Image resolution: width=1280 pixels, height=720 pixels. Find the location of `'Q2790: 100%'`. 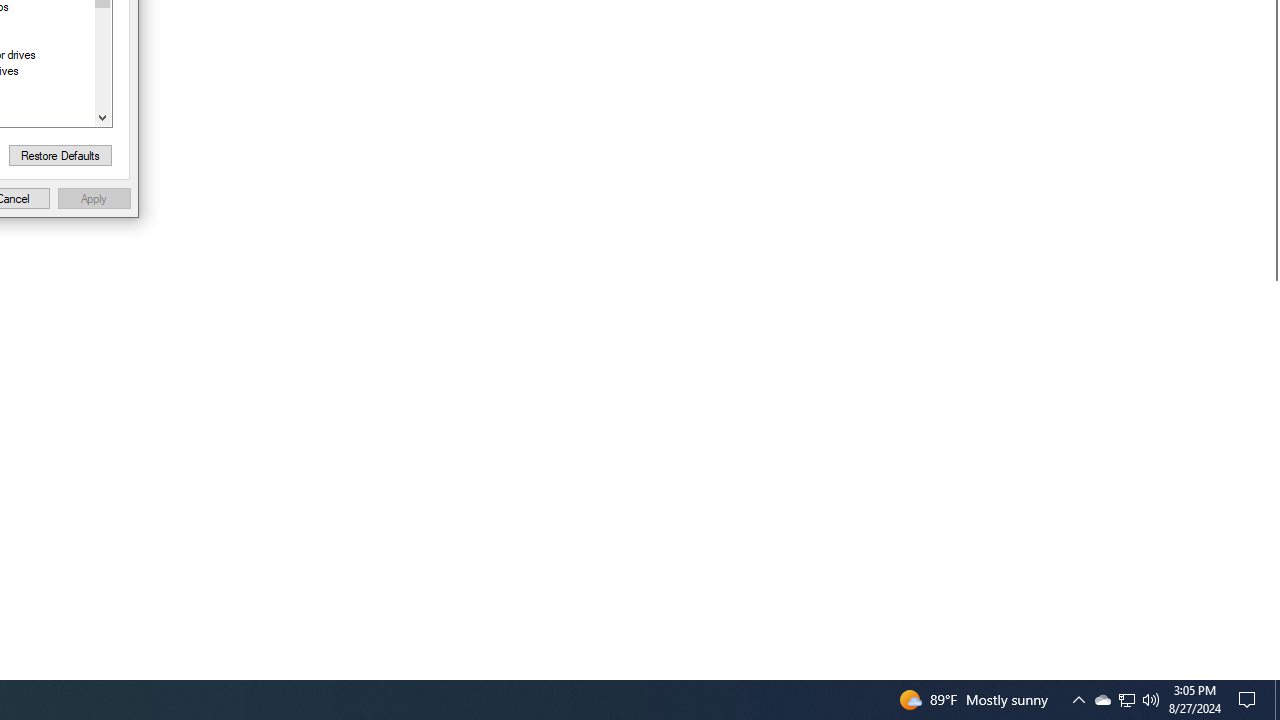

'Q2790: 100%' is located at coordinates (1151, 698).